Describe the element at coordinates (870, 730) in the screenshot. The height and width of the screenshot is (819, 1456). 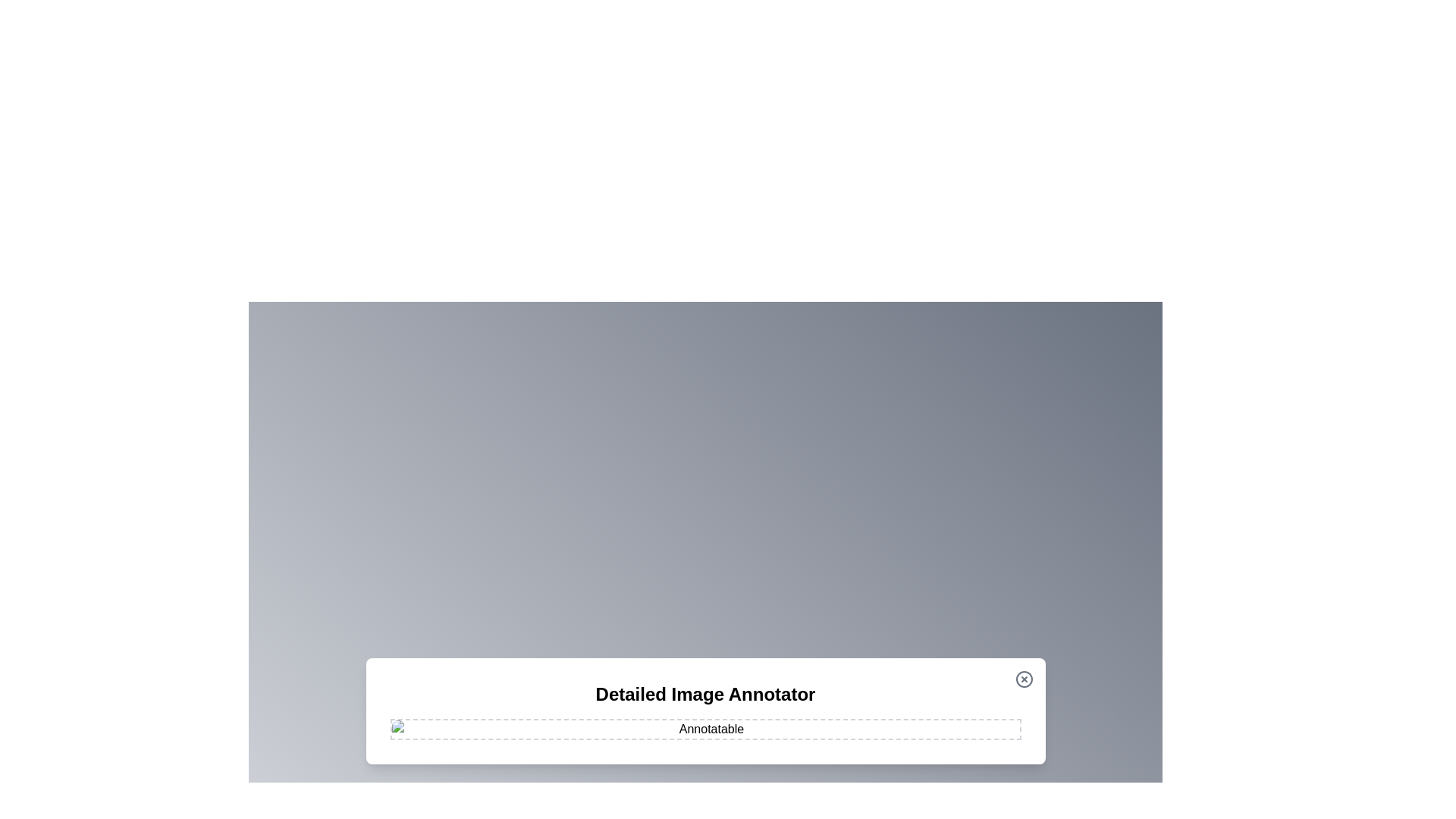
I see `the image at coordinates (1147, 963) to add an annotation` at that location.